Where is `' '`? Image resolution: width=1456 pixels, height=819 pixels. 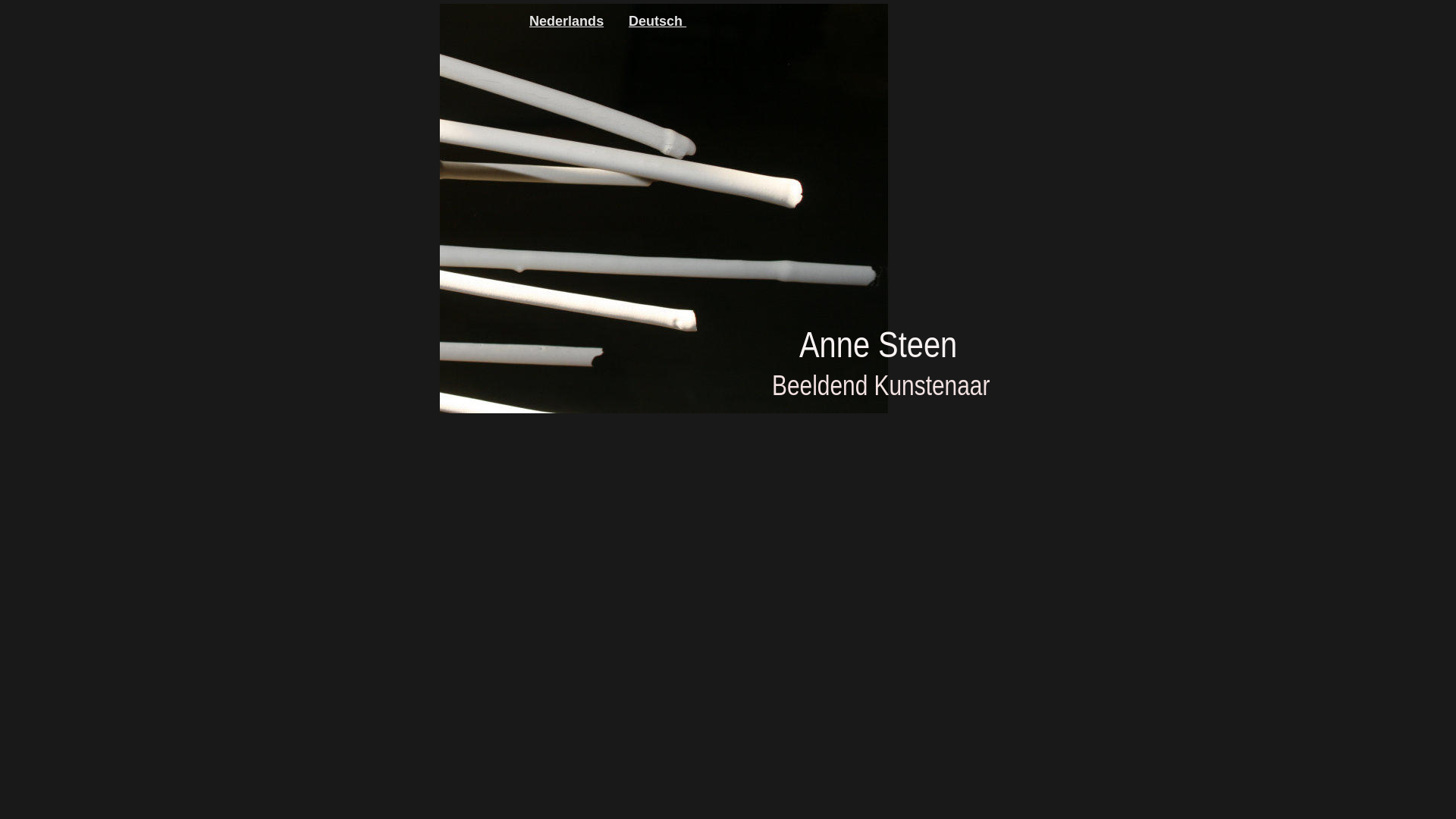 ' ' is located at coordinates (683, 20).